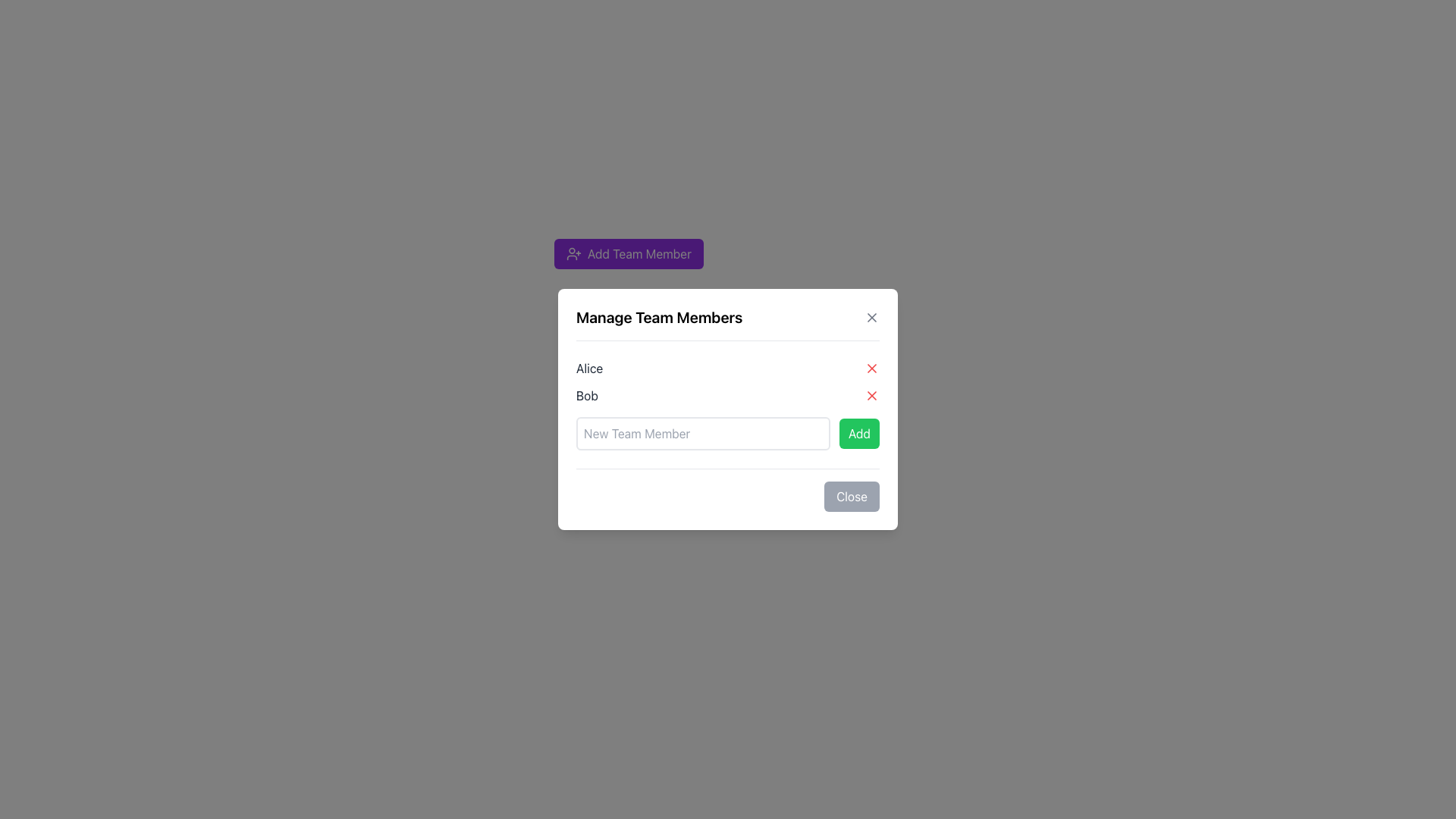  What do you see at coordinates (859, 433) in the screenshot?
I see `the 'Add Team Member' button located on the right side of the text input field in the 'Manage Team Members' modal` at bounding box center [859, 433].